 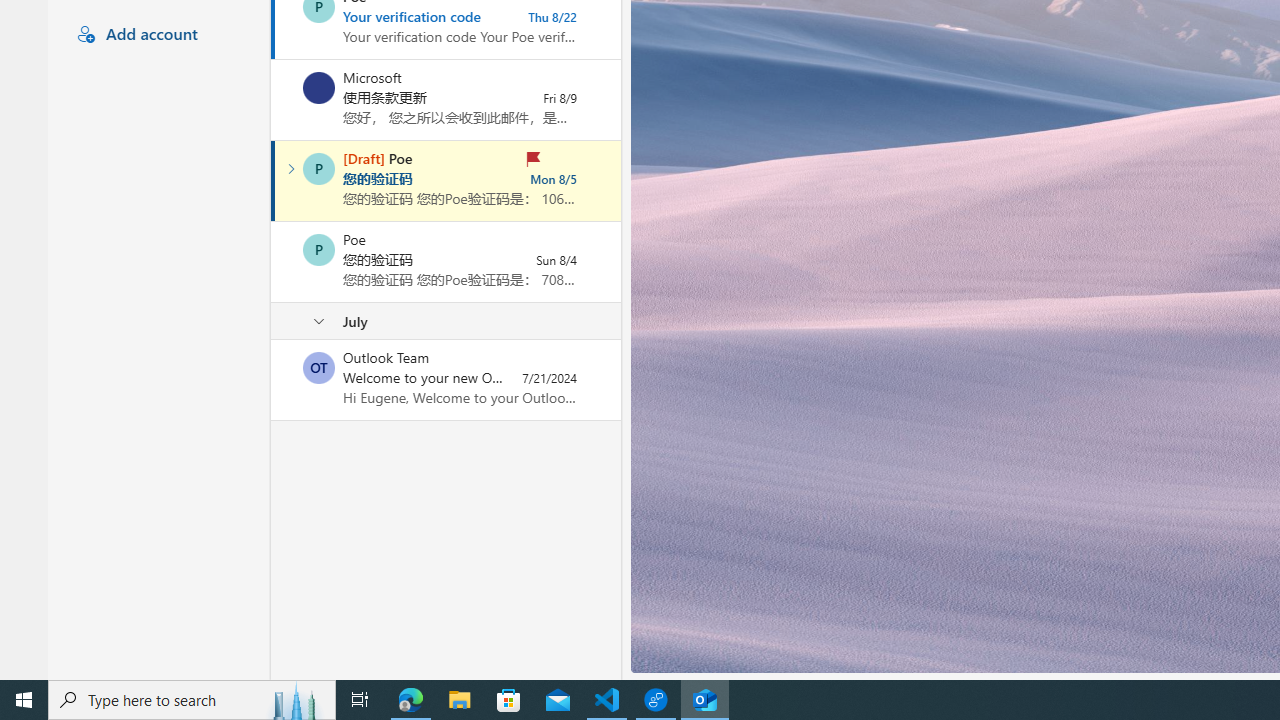 What do you see at coordinates (318, 248) in the screenshot?
I see `'Poe'` at bounding box center [318, 248].